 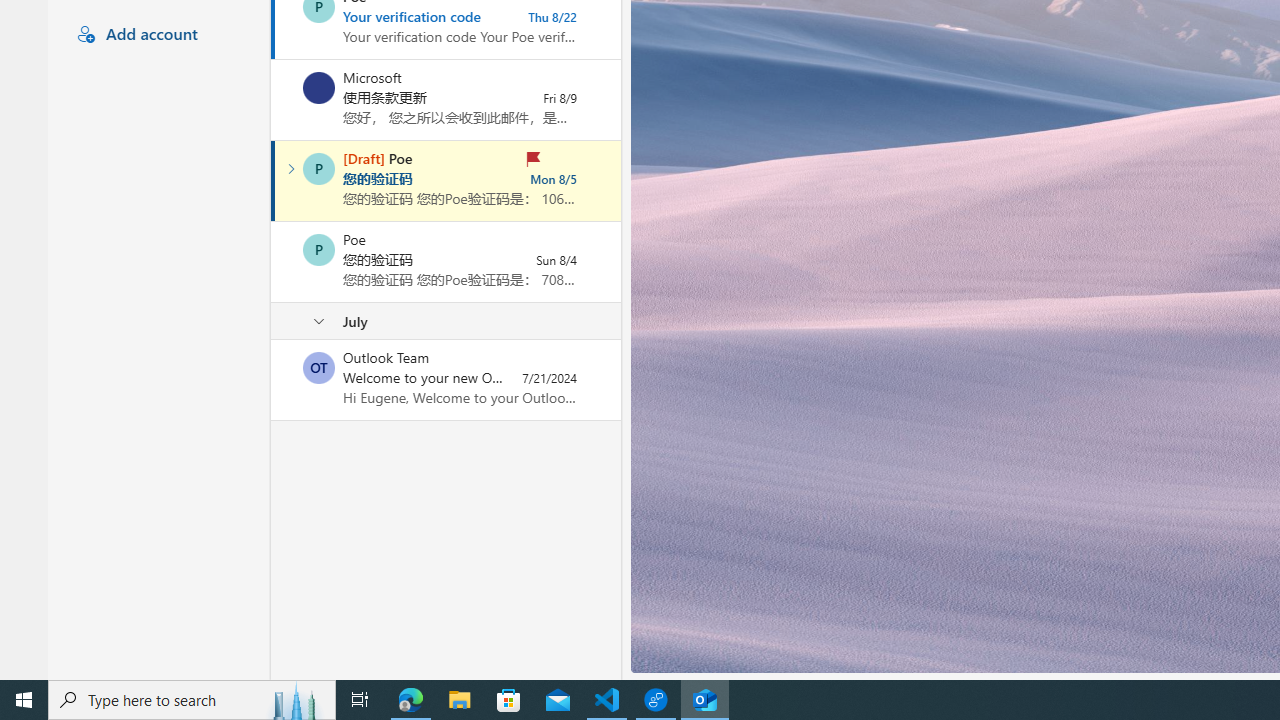 What do you see at coordinates (318, 248) in the screenshot?
I see `'Poe'` at bounding box center [318, 248].